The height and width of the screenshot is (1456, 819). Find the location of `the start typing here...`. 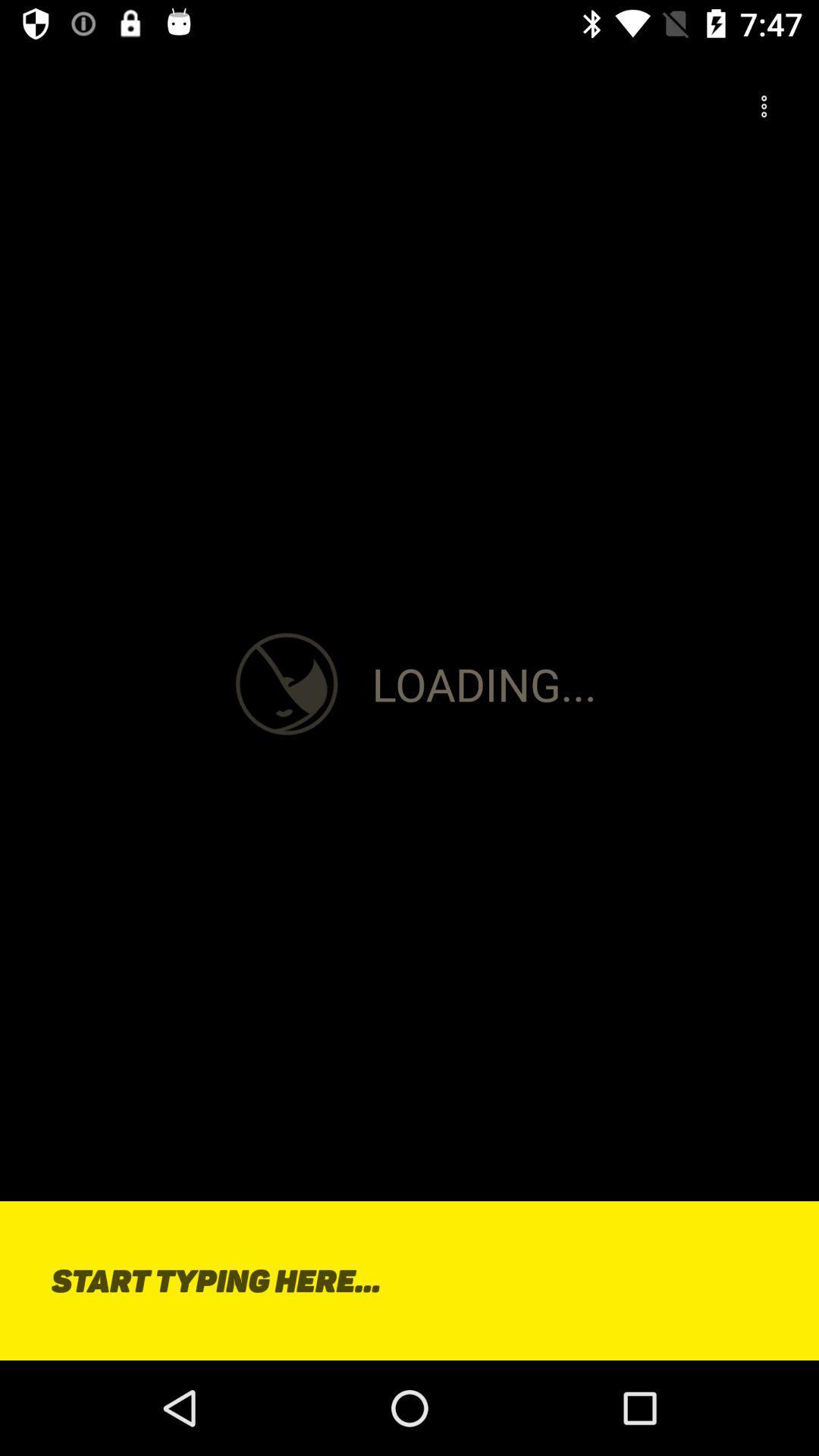

the start typing here... is located at coordinates (409, 1280).